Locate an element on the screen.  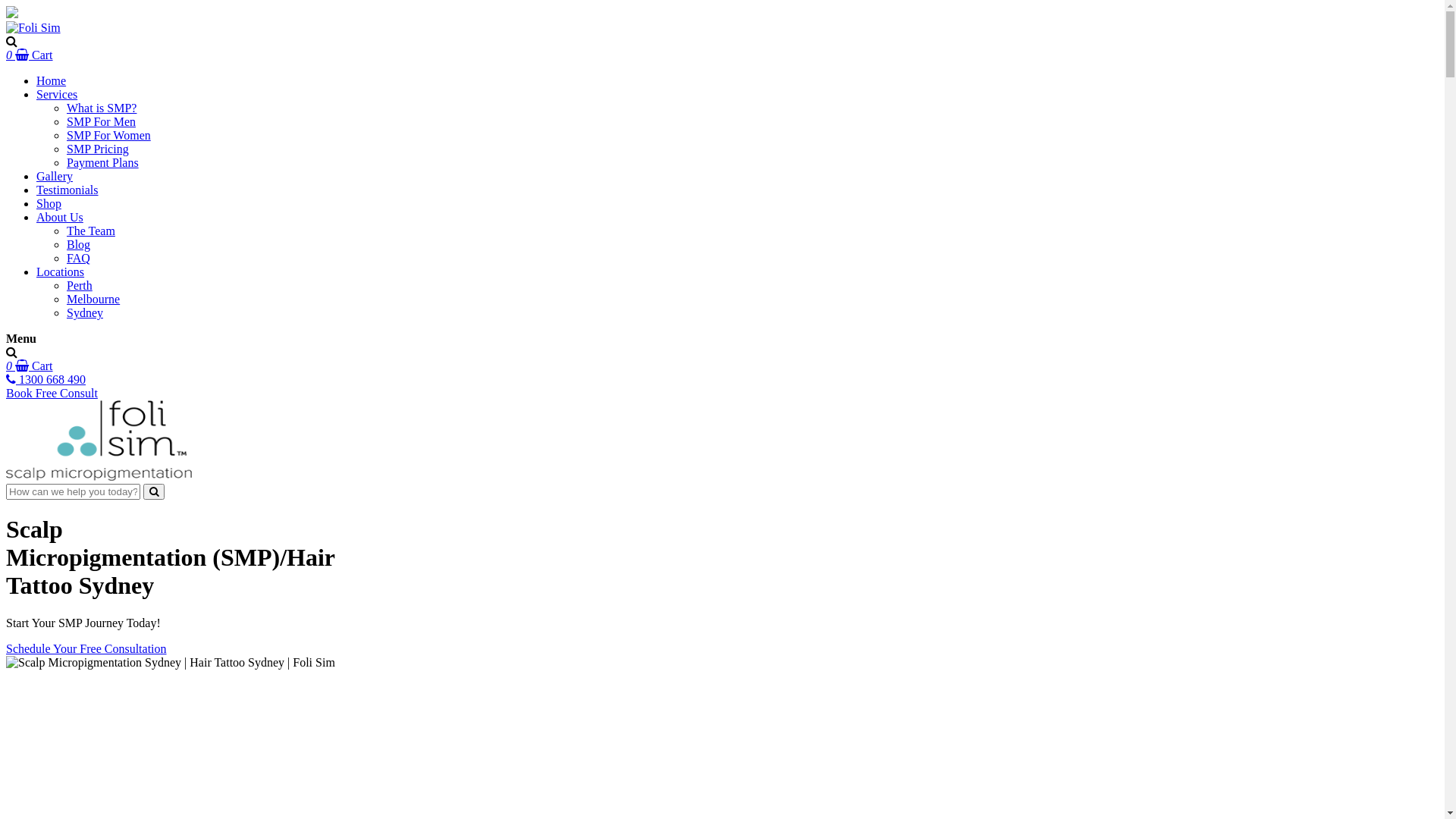
'Schedule Your Free Consultation' is located at coordinates (86, 648).